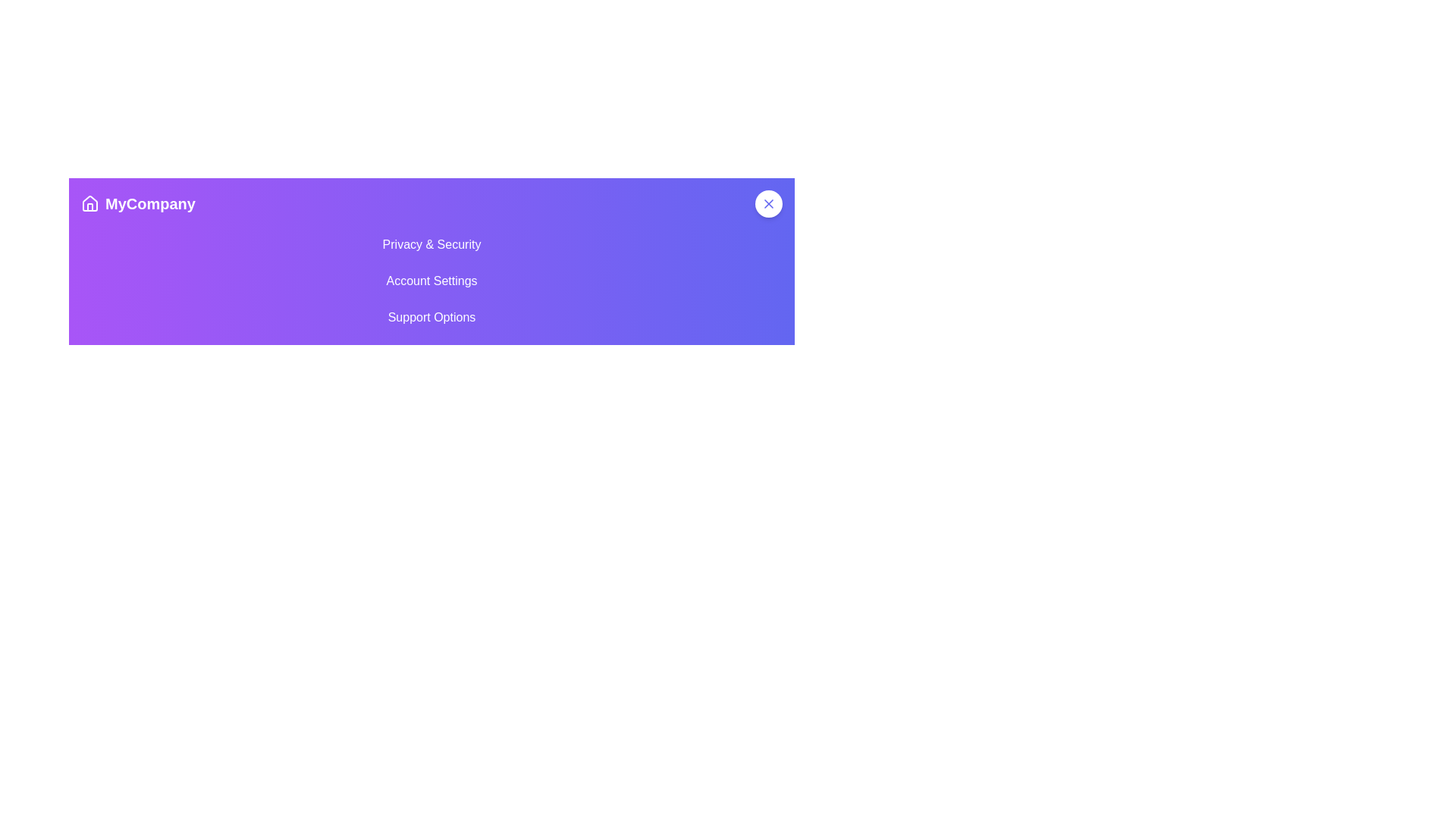 The height and width of the screenshot is (819, 1456). Describe the element at coordinates (768, 203) in the screenshot. I see `the small, circular, white icon with a blue 'X' mark located on the far right of the header bar` at that location.